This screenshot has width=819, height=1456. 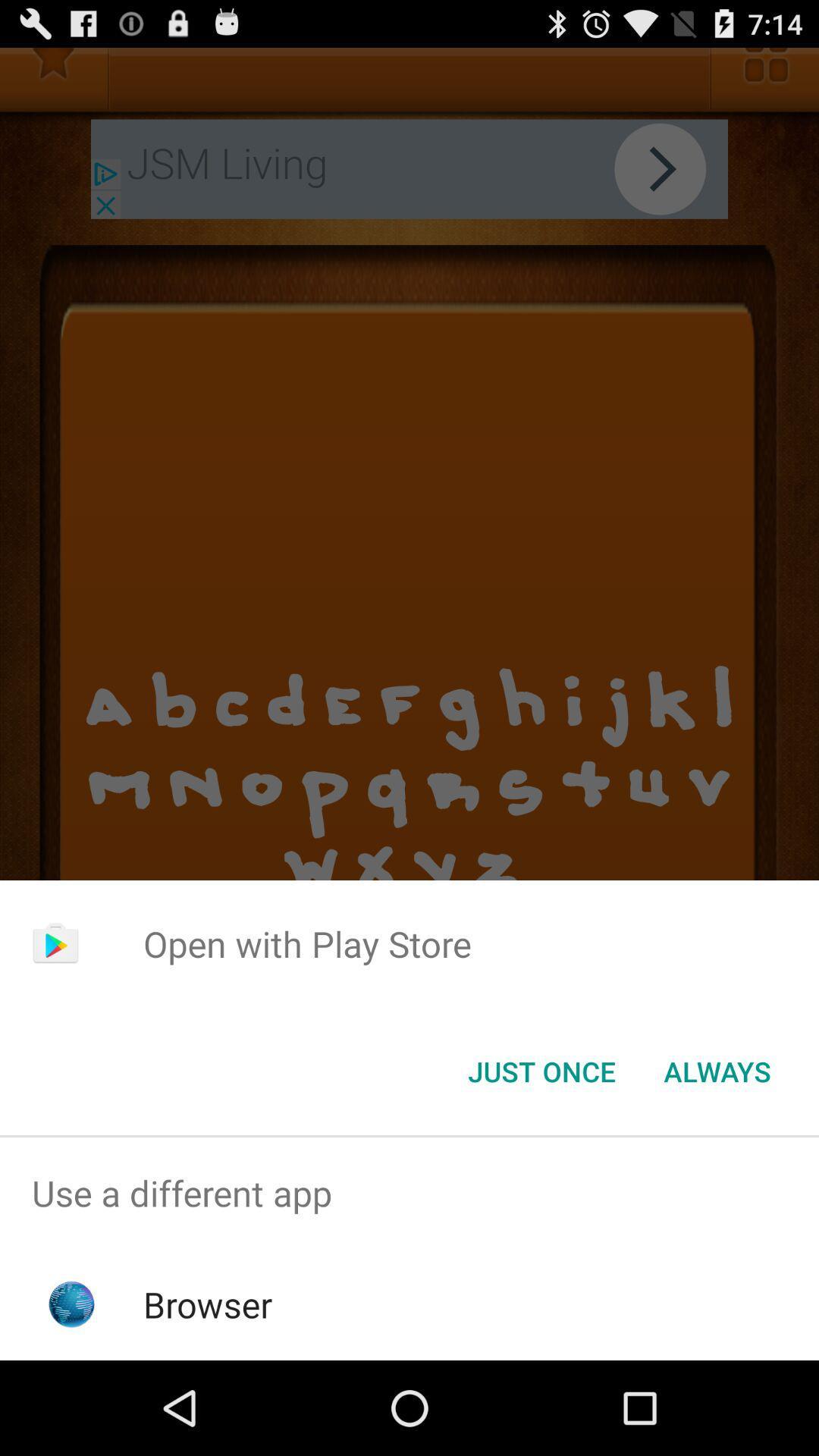 I want to click on the browser item, so click(x=208, y=1304).